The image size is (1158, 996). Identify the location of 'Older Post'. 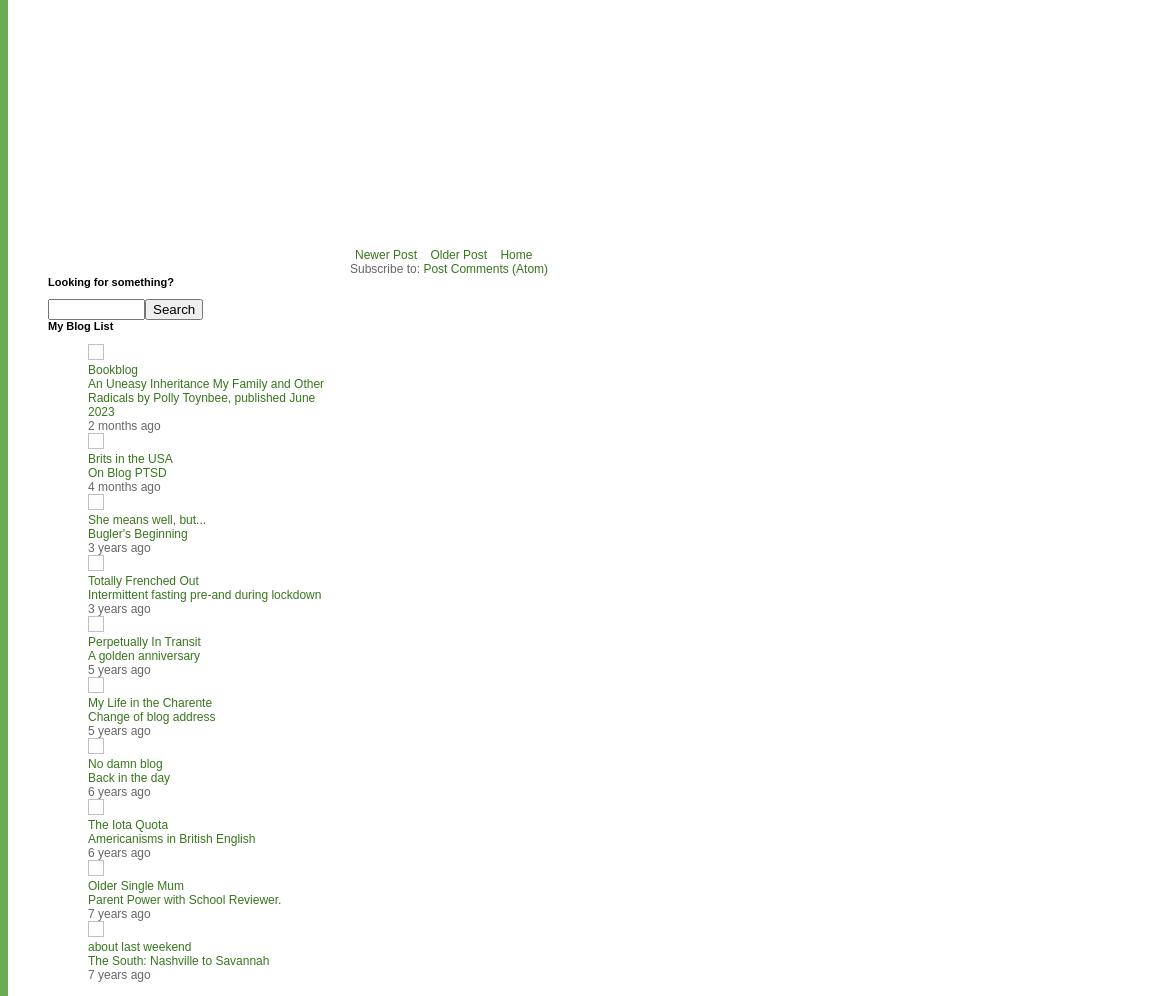
(429, 254).